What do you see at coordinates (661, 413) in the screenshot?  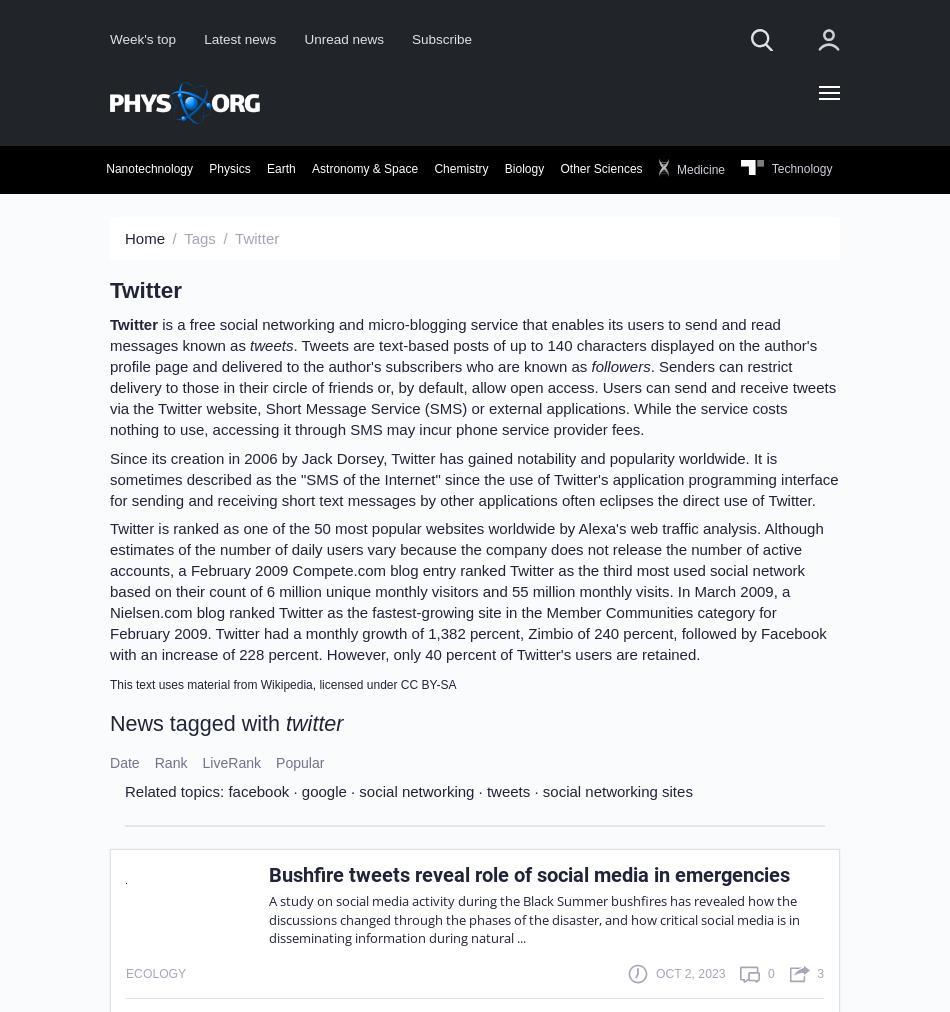 I see `'Sign up'` at bounding box center [661, 413].